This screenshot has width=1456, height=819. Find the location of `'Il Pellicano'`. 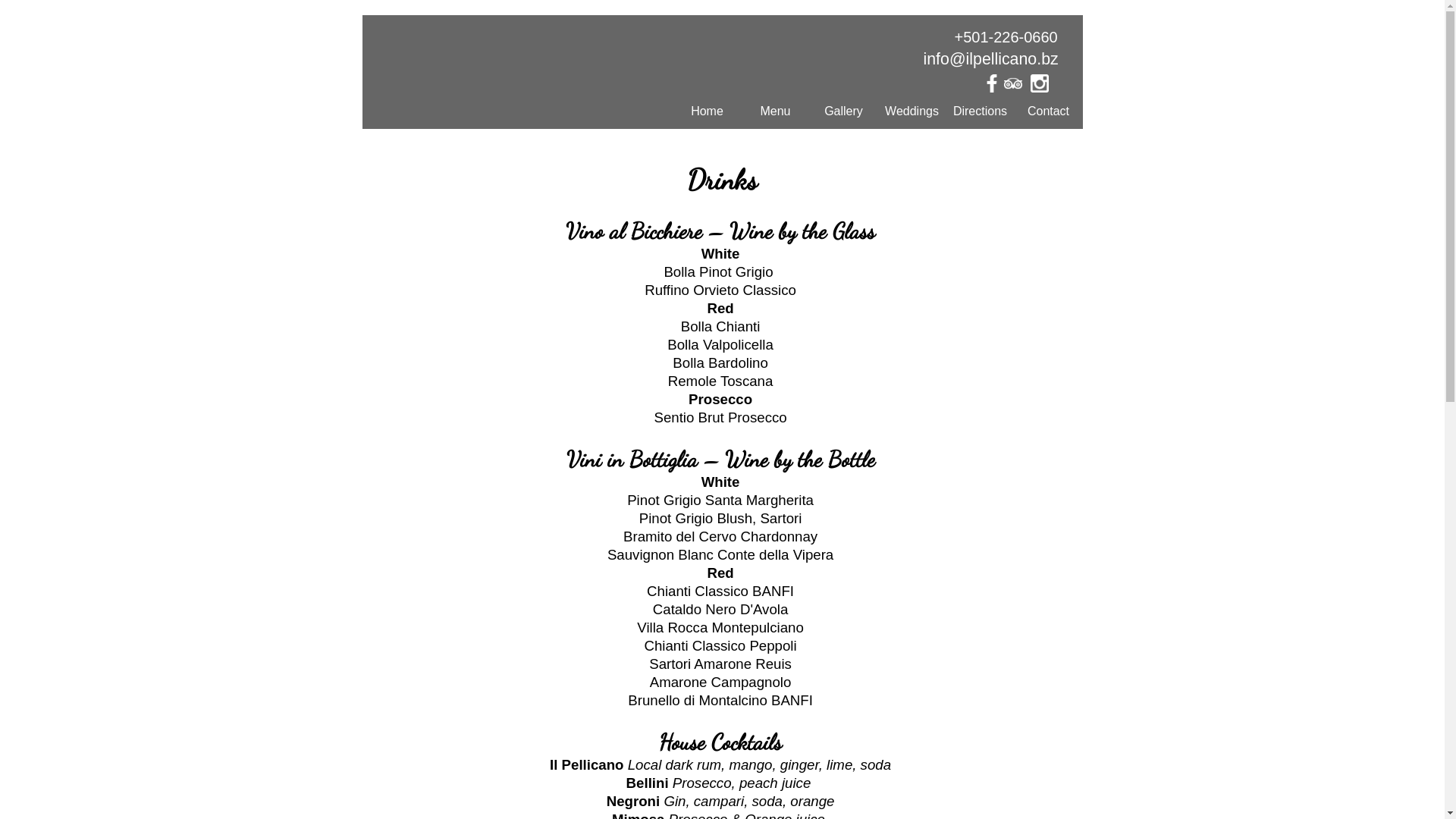

'Il Pellicano' is located at coordinates (551, 79).